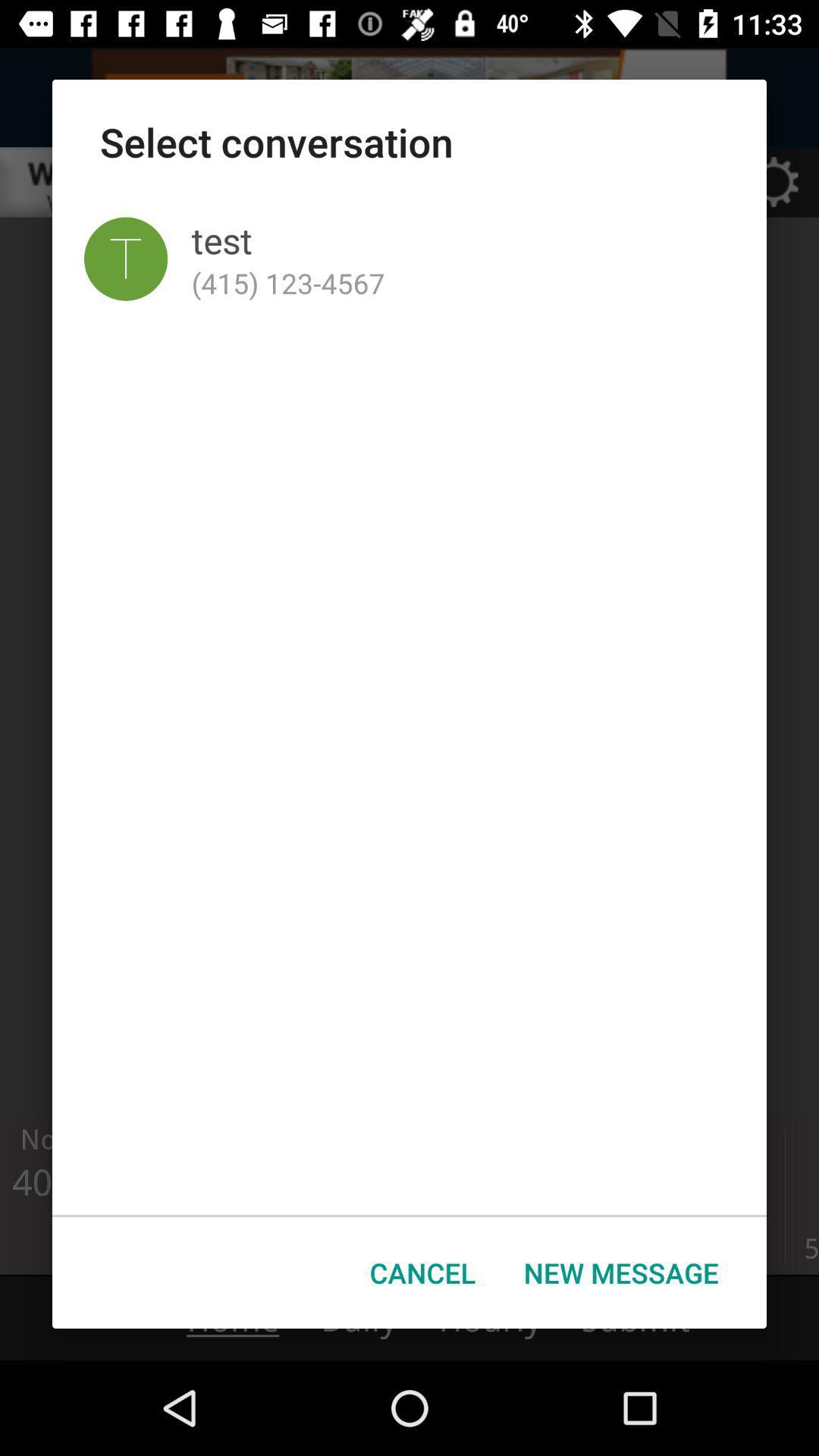 The image size is (819, 1456). Describe the element at coordinates (621, 1272) in the screenshot. I see `button at the bottom right corner` at that location.